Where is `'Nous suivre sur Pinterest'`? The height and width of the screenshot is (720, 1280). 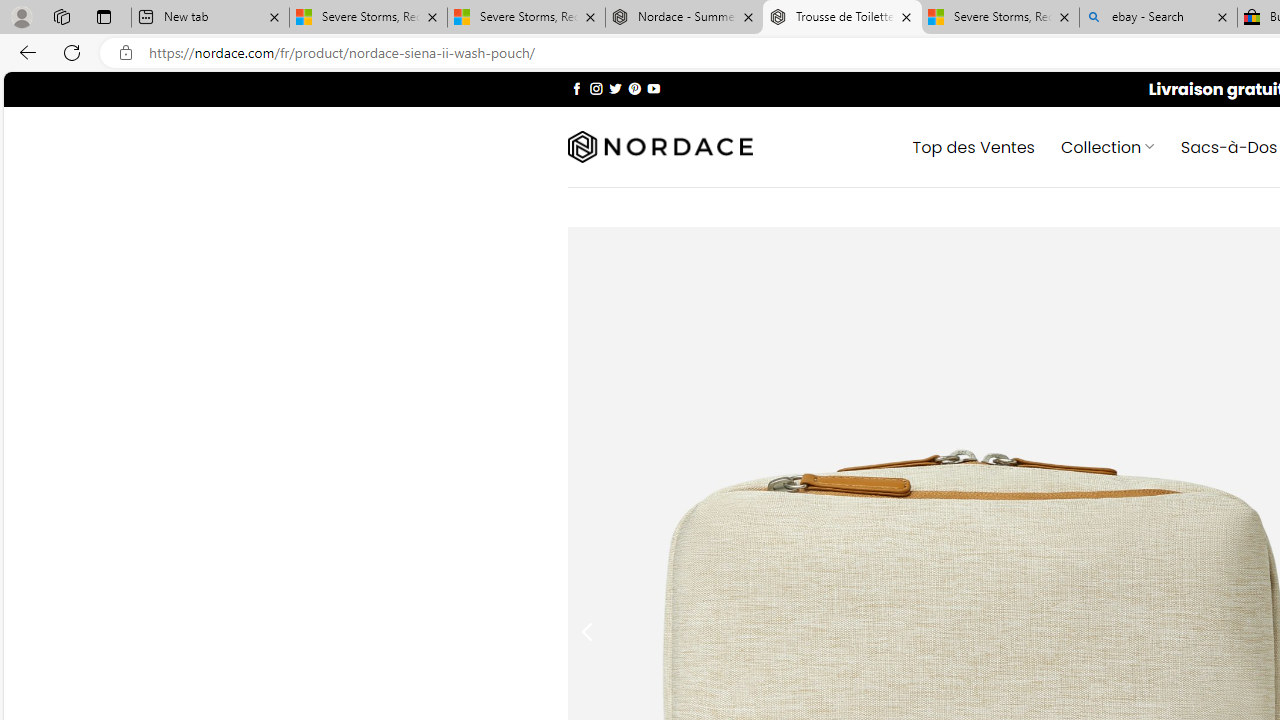
'Nous suivre sur Pinterest' is located at coordinates (633, 87).